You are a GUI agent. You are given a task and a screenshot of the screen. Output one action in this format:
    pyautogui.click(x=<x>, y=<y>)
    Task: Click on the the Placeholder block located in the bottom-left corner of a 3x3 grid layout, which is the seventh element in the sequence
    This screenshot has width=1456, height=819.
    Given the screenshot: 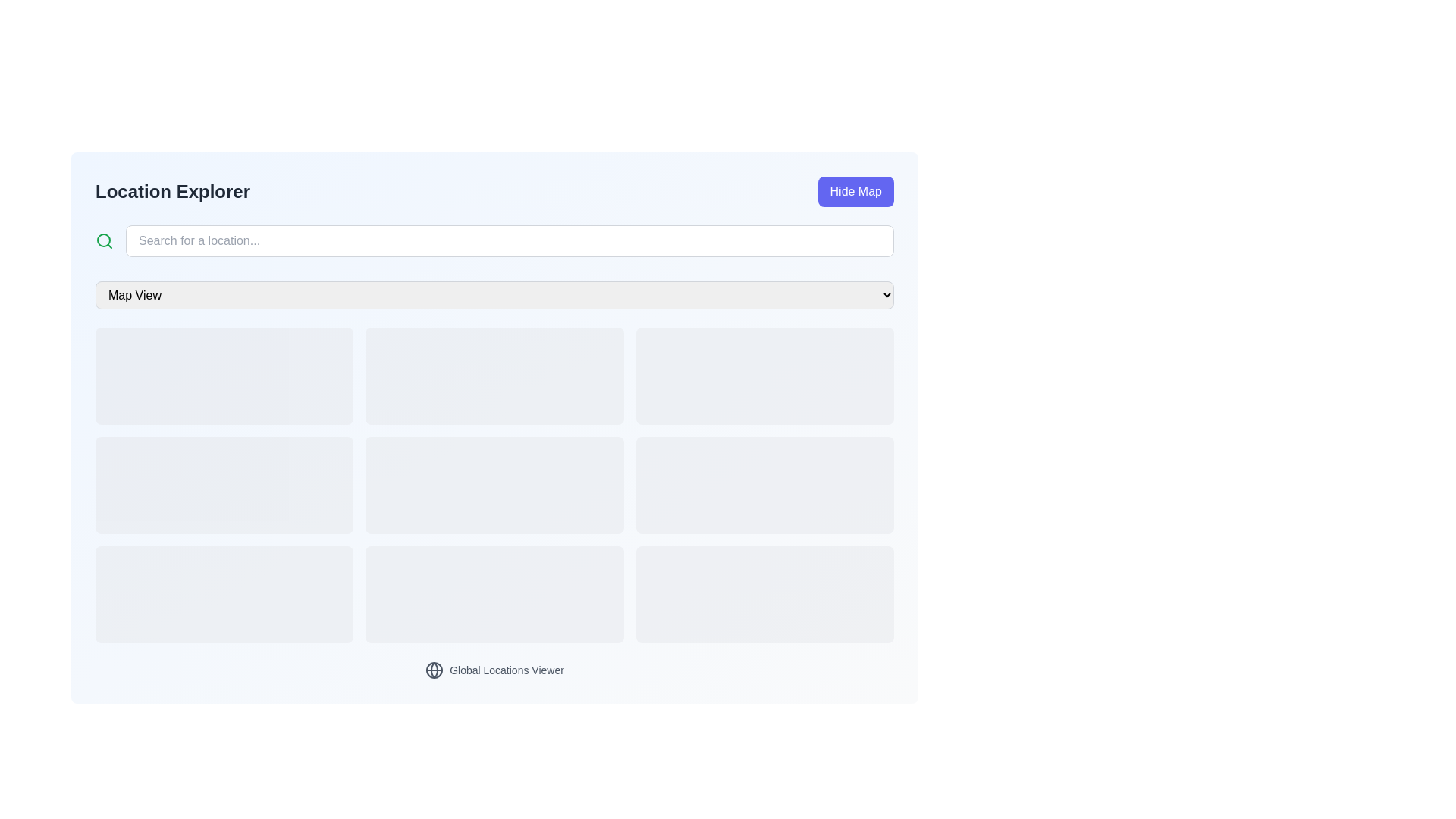 What is the action you would take?
    pyautogui.click(x=224, y=593)
    